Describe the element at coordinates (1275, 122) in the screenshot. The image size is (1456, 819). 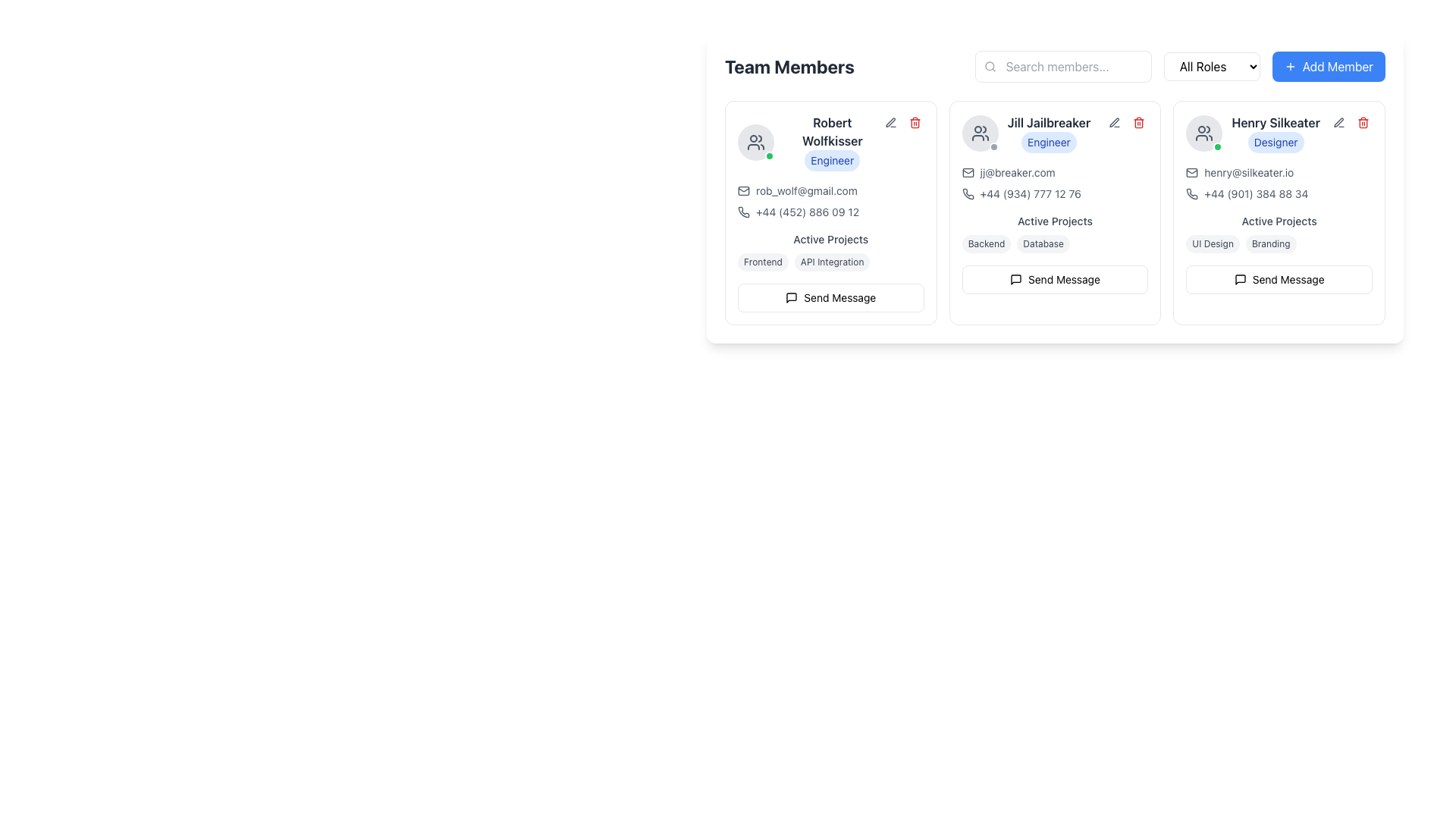
I see `the text label that identifies the user in the rightmost user card, positioned above the 'Designer' badge and below the profile image placeholder` at that location.